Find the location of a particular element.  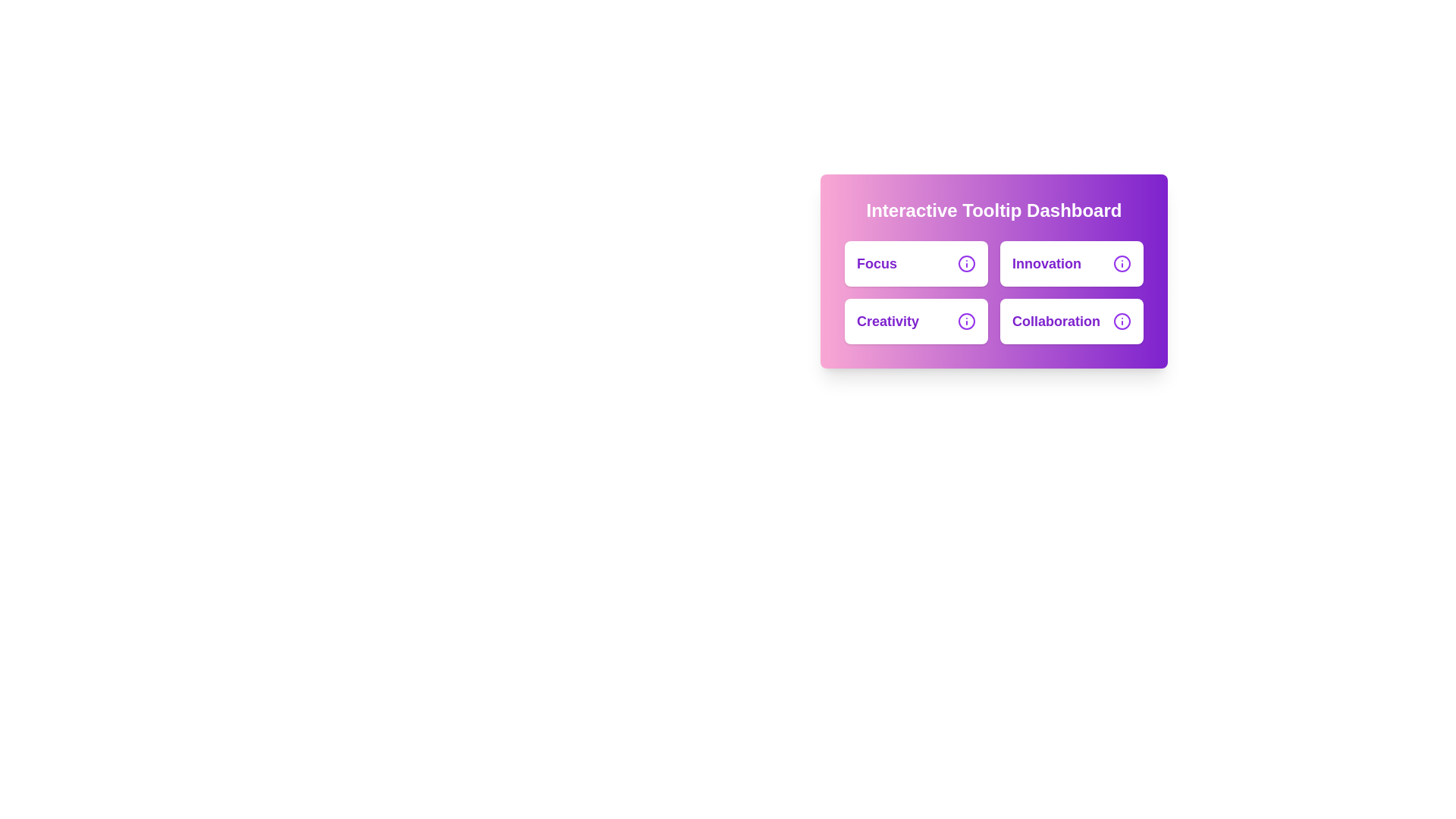

the 'Collaboration' text in the bottom-right corner of the 2x2 grid layout within the 'Interactive Tooltip Dashboard' is located at coordinates (1071, 321).